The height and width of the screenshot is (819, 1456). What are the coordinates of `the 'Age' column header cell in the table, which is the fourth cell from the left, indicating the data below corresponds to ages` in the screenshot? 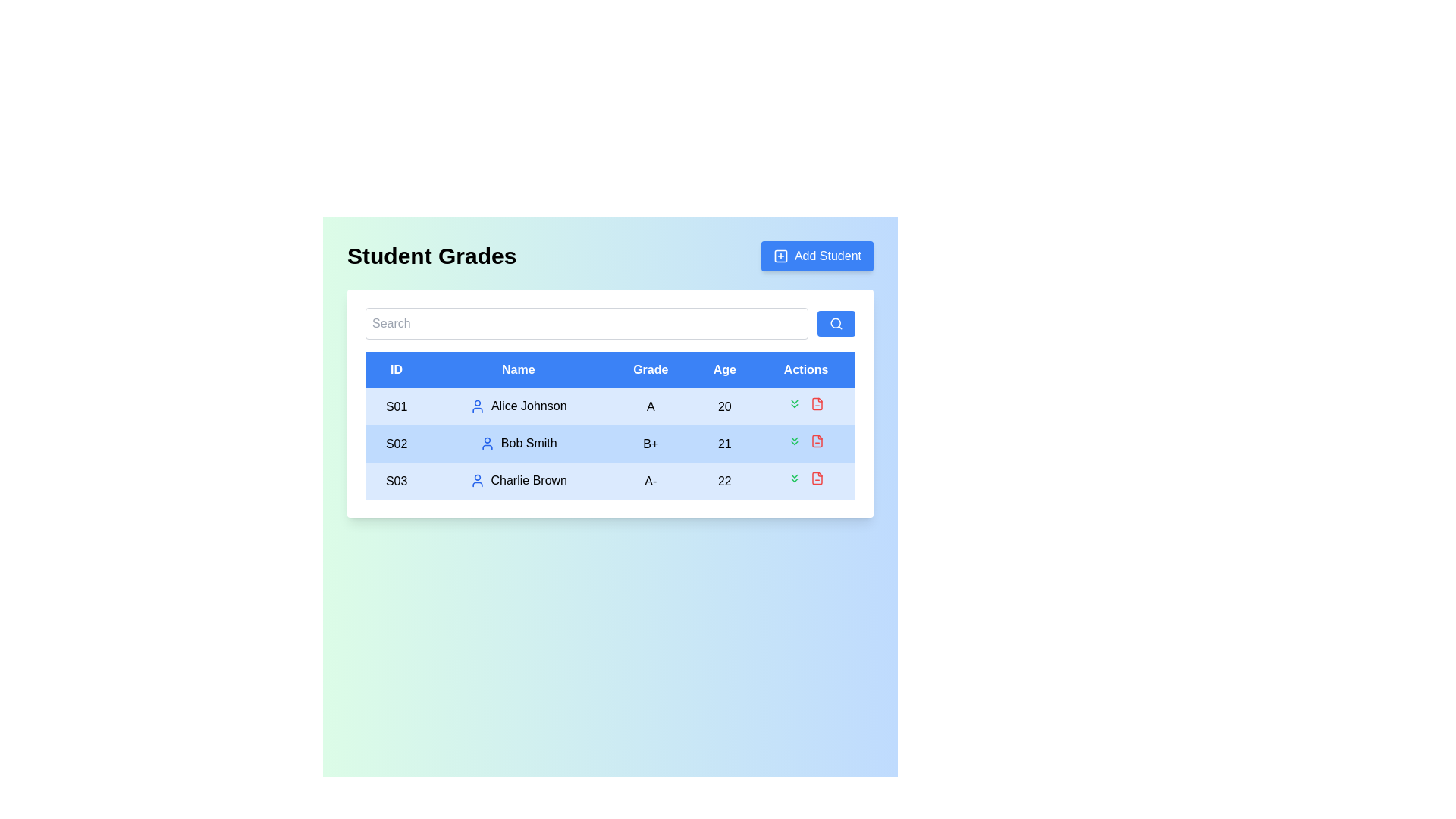 It's located at (723, 370).